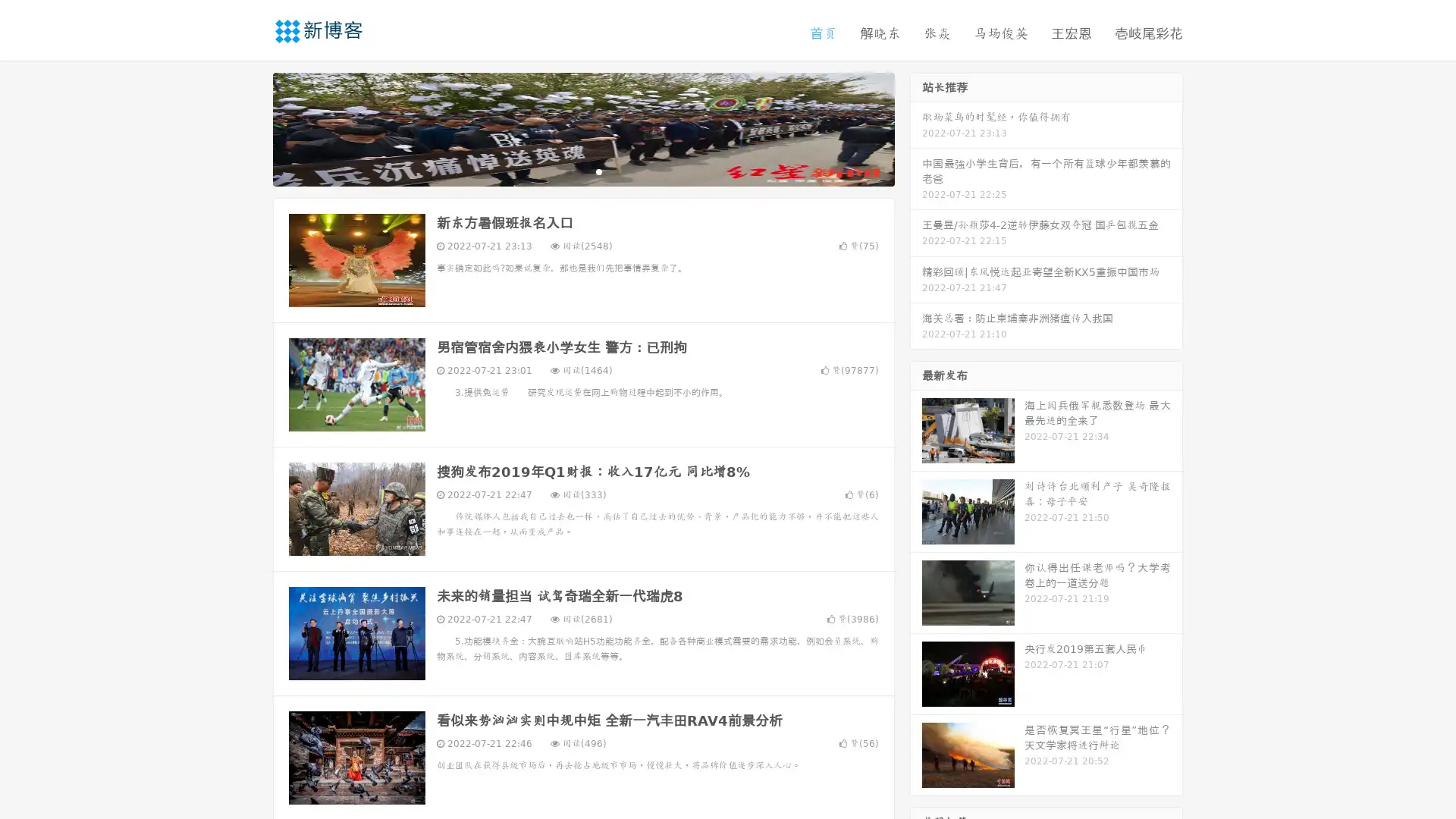 This screenshot has width=1456, height=819. What do you see at coordinates (250, 127) in the screenshot?
I see `Previous slide` at bounding box center [250, 127].